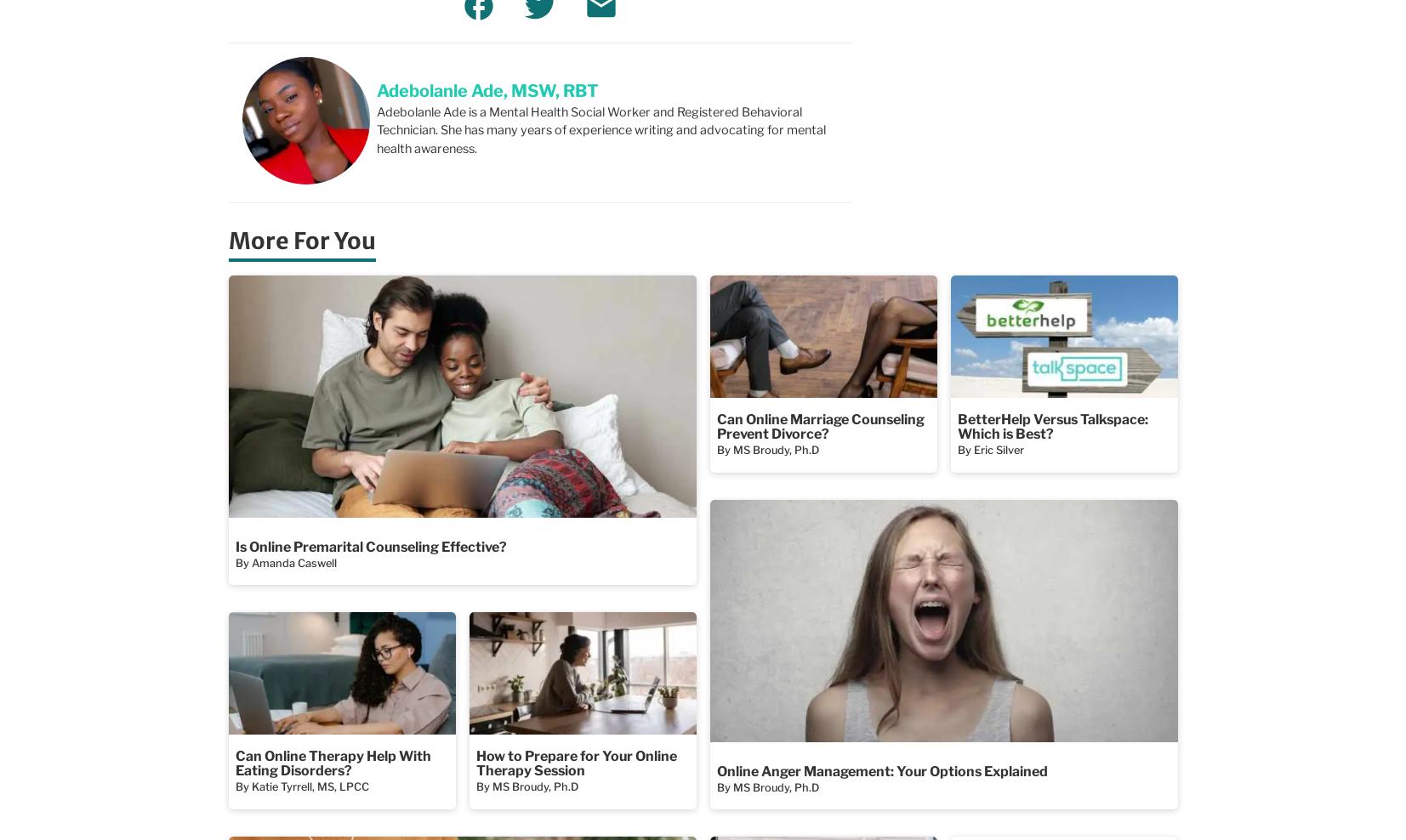 This screenshot has width=1406, height=840. I want to click on 'Is Online Premarital Counseling Effective?', so click(234, 546).